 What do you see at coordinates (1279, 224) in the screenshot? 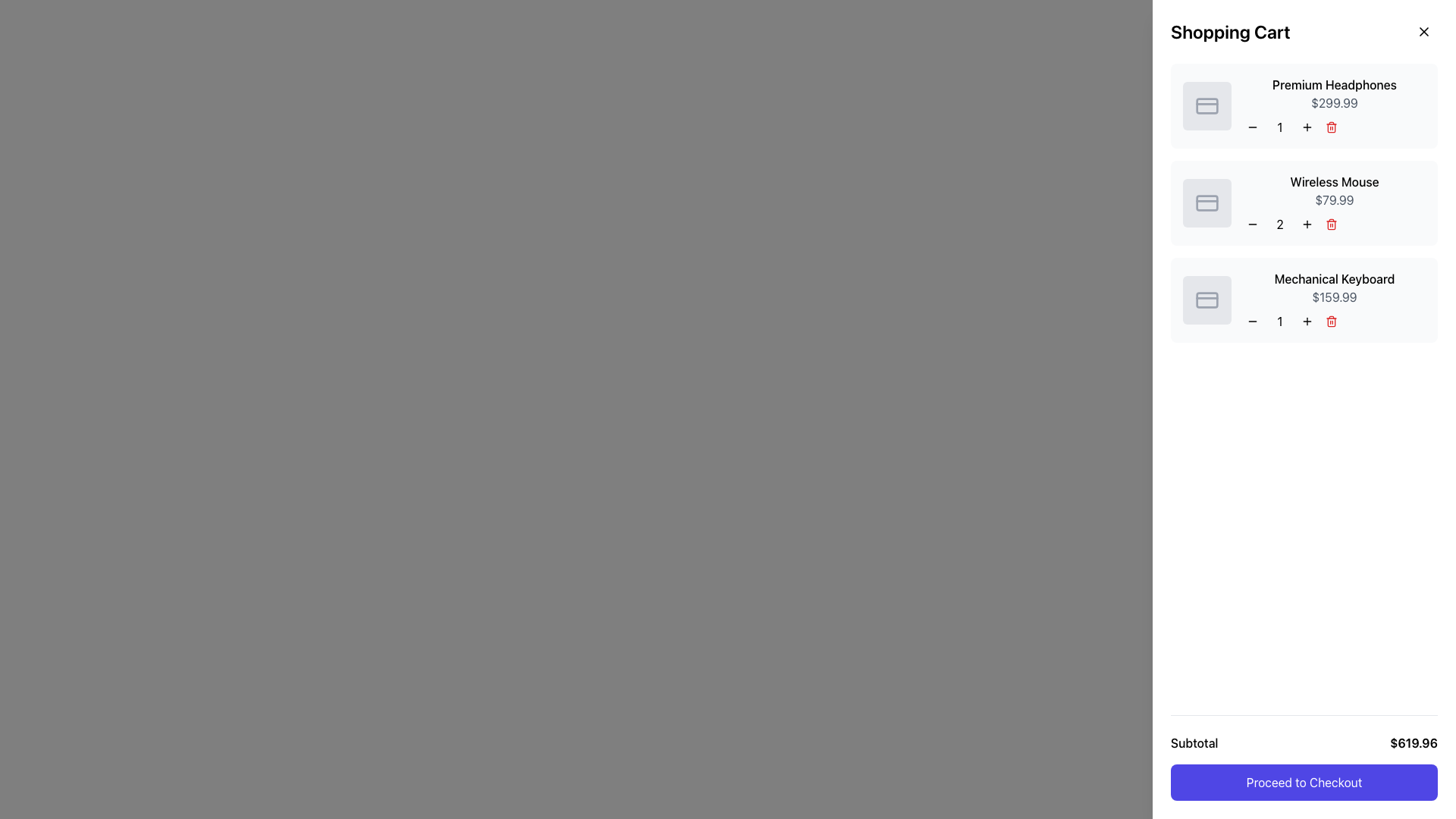
I see `the Text label displaying the current quantity of the 'Wireless Mouse' item in the shopping cart, located in the second row of the list, between the minus and plus buttons` at bounding box center [1279, 224].